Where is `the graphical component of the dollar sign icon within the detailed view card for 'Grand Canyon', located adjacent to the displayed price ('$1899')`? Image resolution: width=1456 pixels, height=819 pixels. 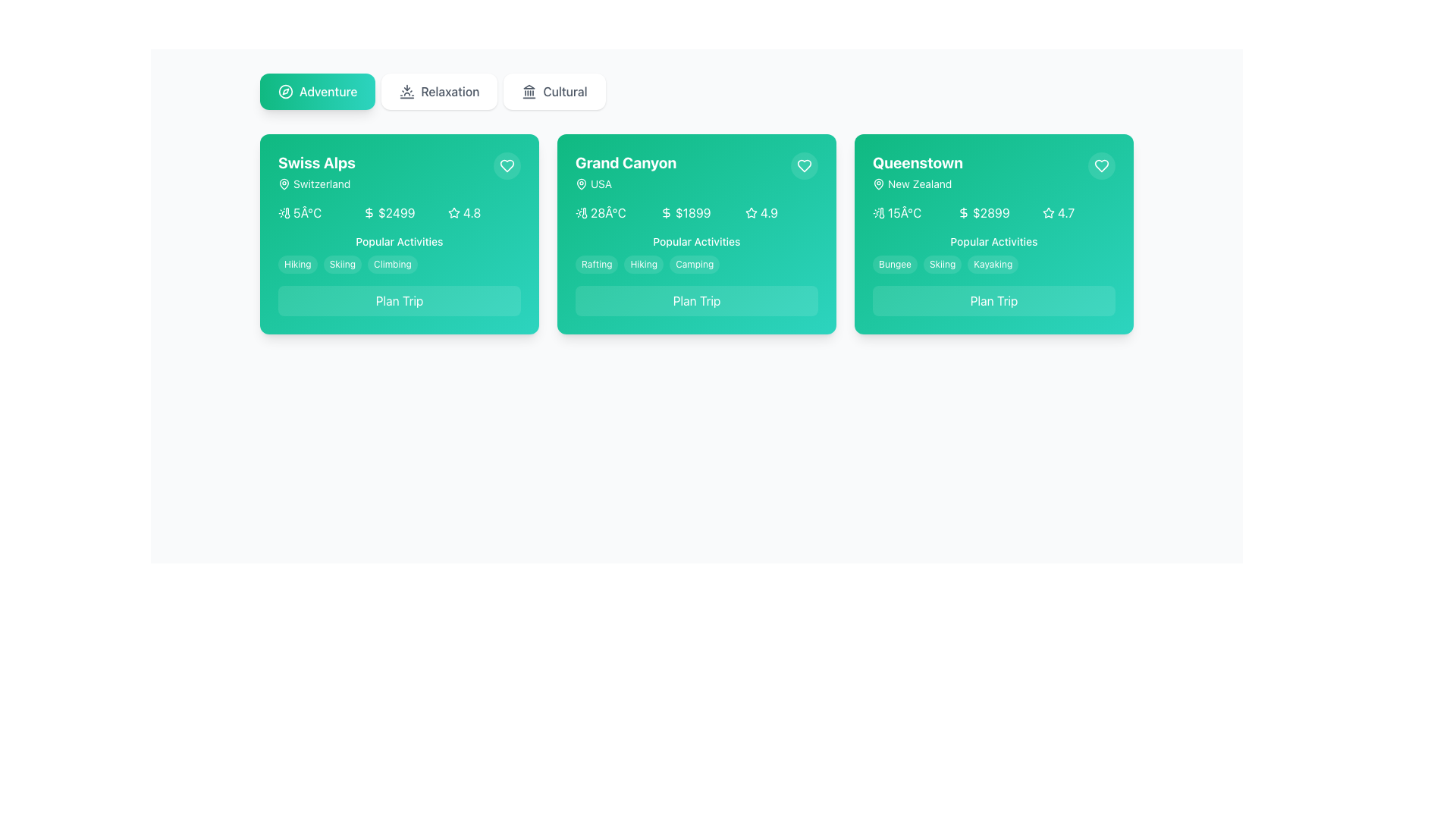 the graphical component of the dollar sign icon within the detailed view card for 'Grand Canyon', located adjacent to the displayed price ('$1899') is located at coordinates (666, 213).